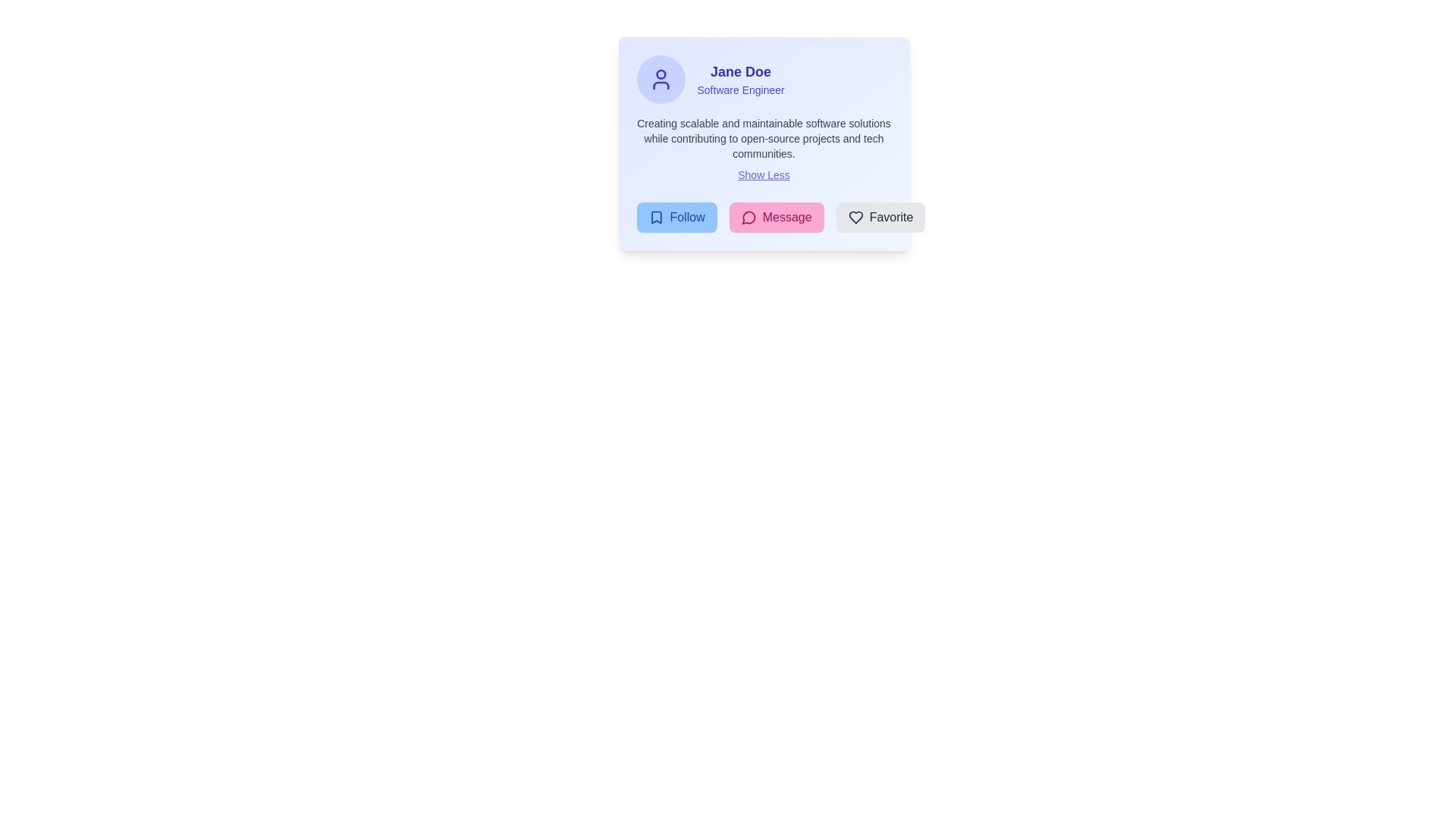 The image size is (1456, 819). I want to click on text display component that serves as the primary identifier for a personal profile, located at the top left of the profile card, immediately to the right of the profile image icon, so click(741, 79).